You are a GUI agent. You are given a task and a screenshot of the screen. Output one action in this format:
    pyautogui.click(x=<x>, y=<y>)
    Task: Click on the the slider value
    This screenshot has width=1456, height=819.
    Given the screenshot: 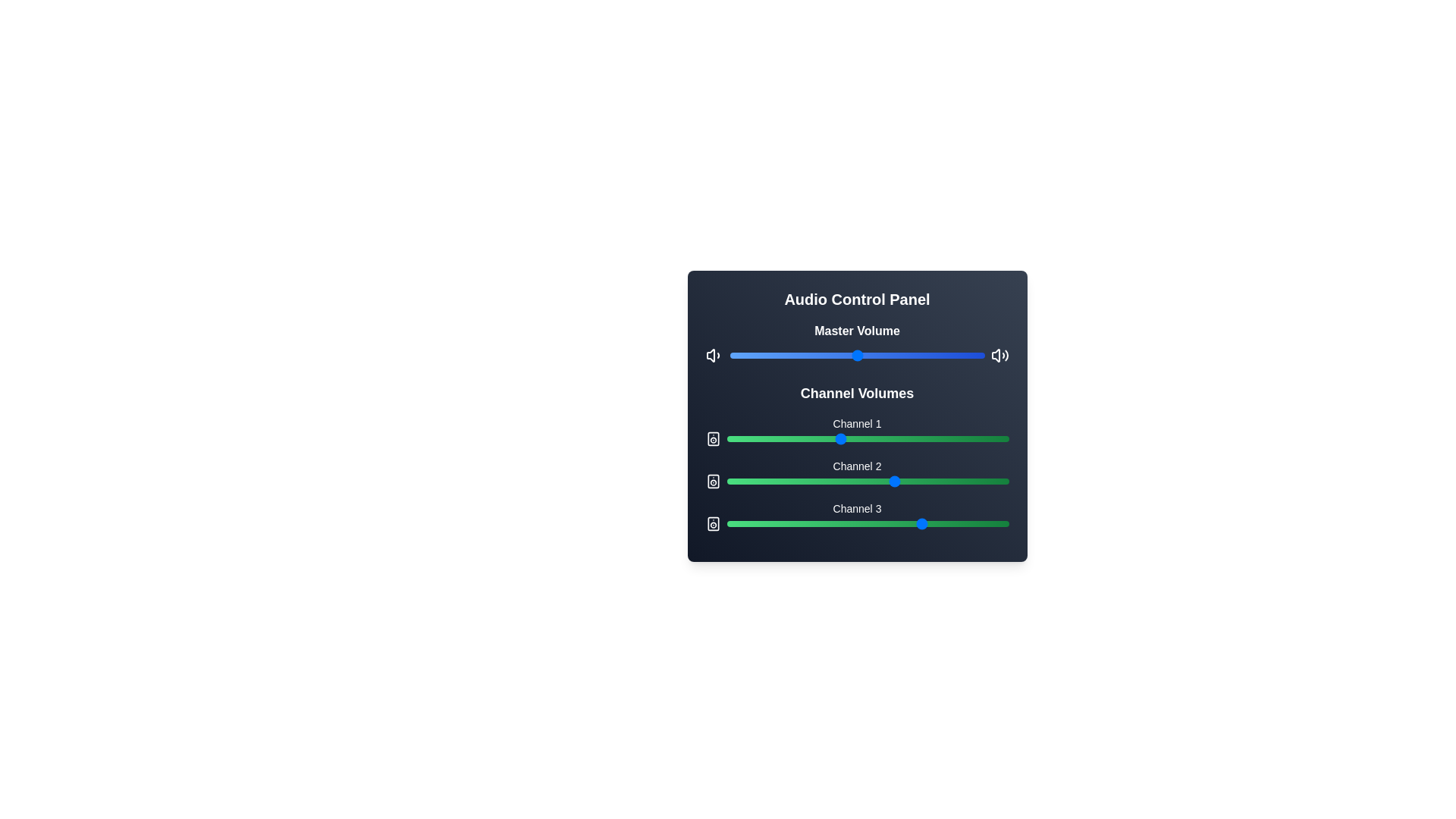 What is the action you would take?
    pyautogui.click(x=796, y=482)
    